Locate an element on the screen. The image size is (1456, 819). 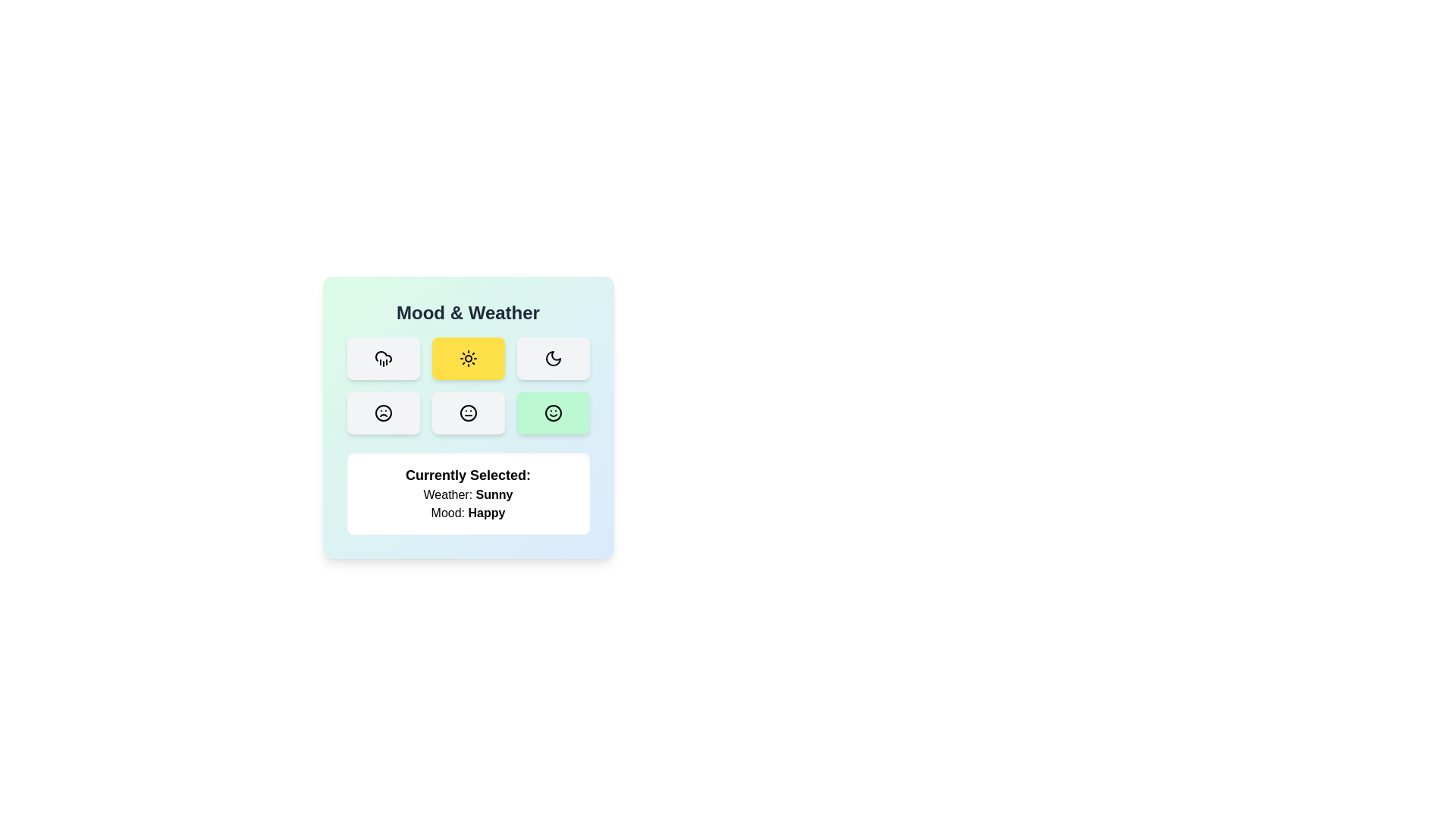
the circle element that is part of the frown face icon located in the middle column of the bottom row of the mood buttons is located at coordinates (383, 413).